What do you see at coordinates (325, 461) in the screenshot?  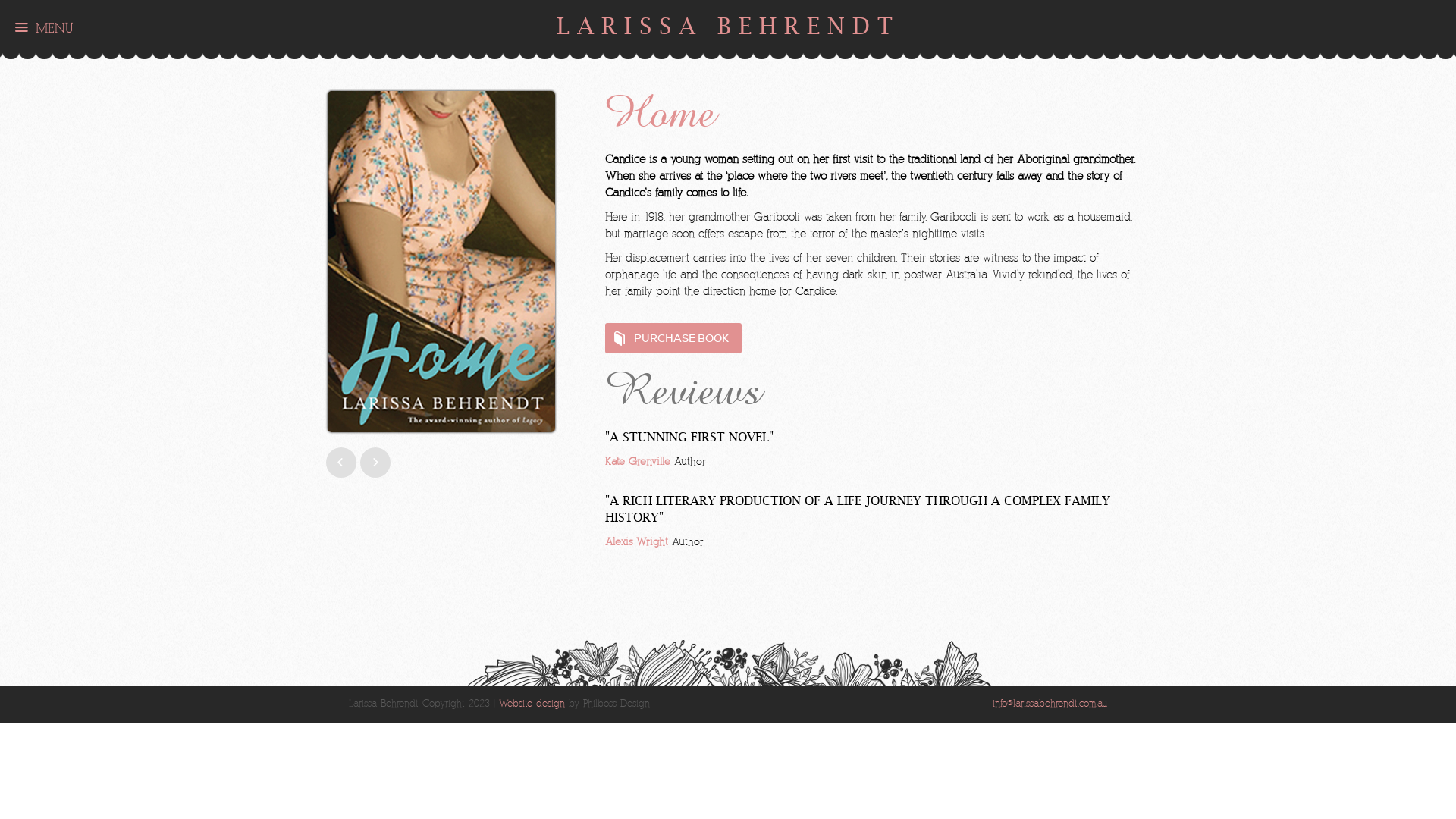 I see `'Next Post'` at bounding box center [325, 461].